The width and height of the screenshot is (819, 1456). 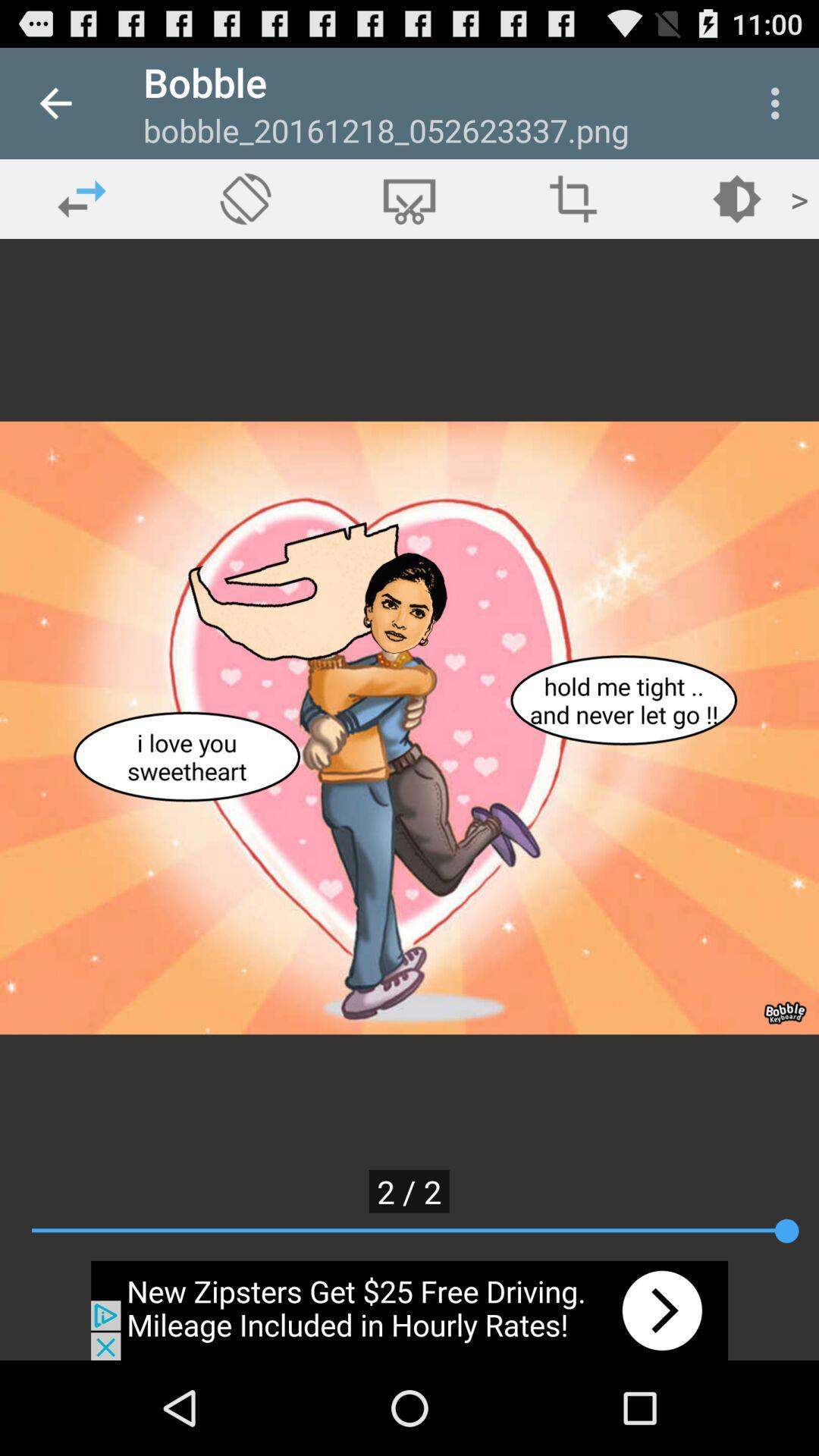 I want to click on previous, so click(x=82, y=198).